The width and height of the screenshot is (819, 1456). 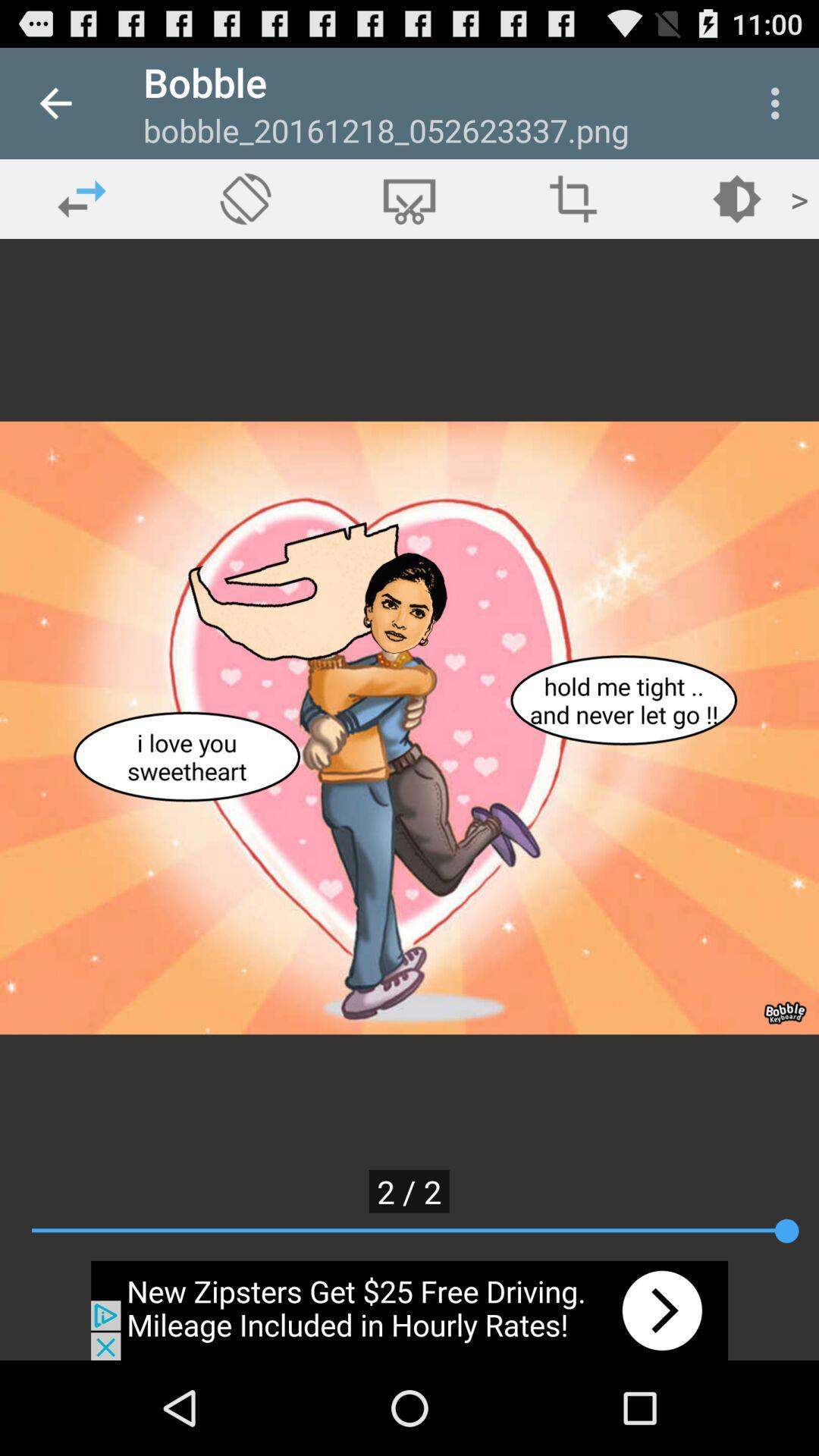 I want to click on previous, so click(x=82, y=198).